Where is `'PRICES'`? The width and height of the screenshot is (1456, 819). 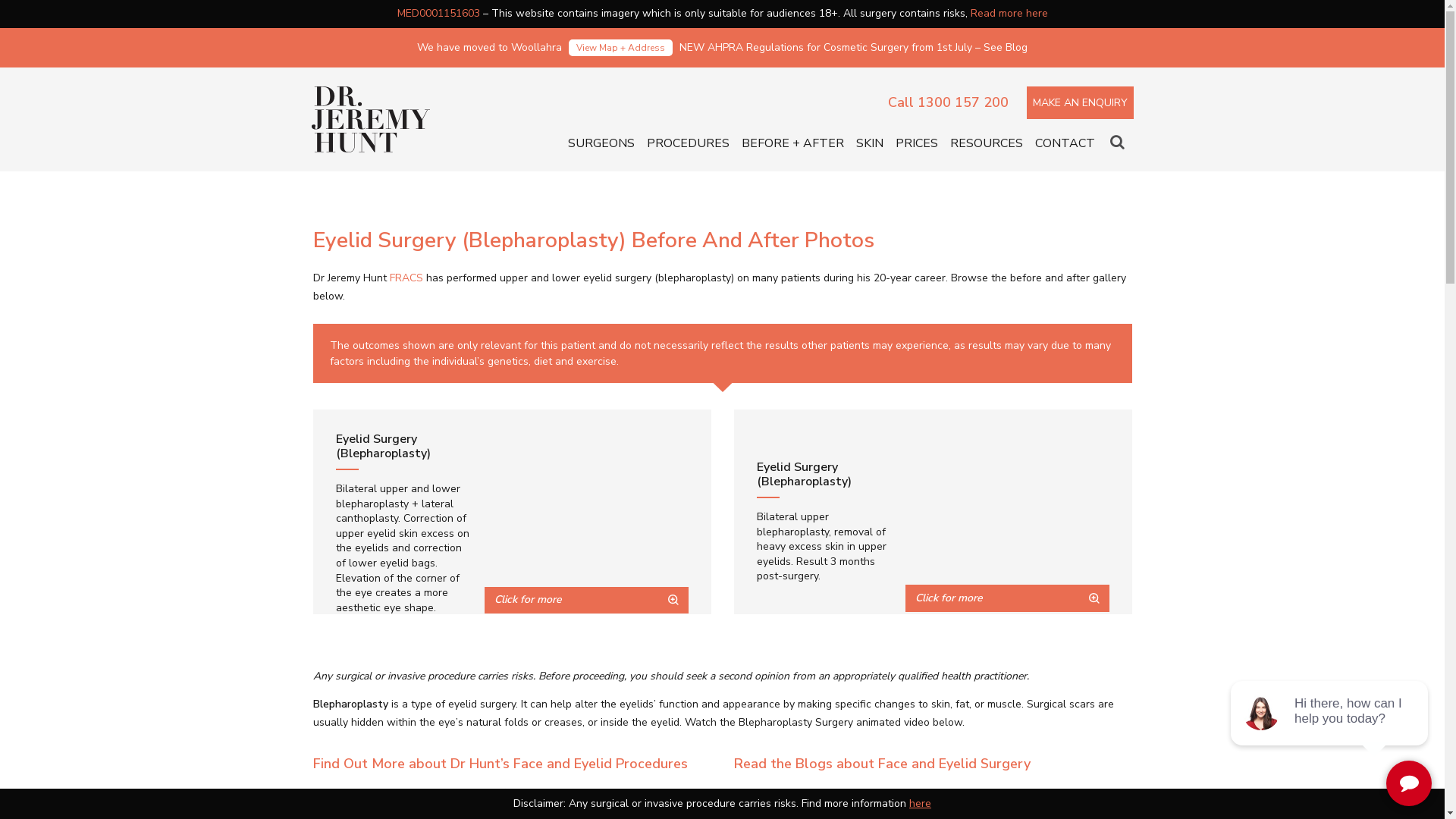 'PRICES' is located at coordinates (915, 143).